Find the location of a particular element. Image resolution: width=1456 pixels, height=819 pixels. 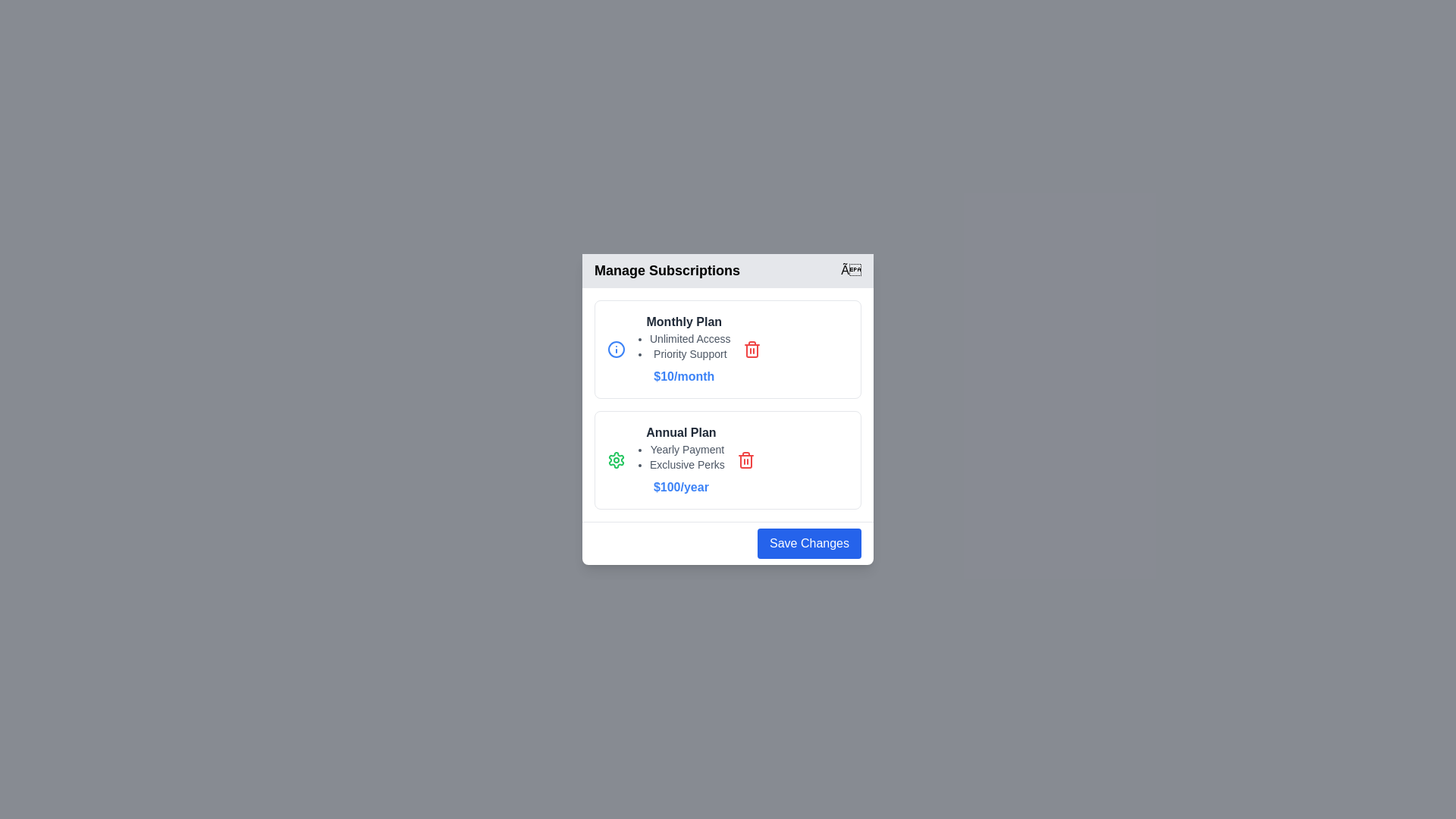

the trash icon corresponding to the Monthly Plan plan to delete it is located at coordinates (752, 350).